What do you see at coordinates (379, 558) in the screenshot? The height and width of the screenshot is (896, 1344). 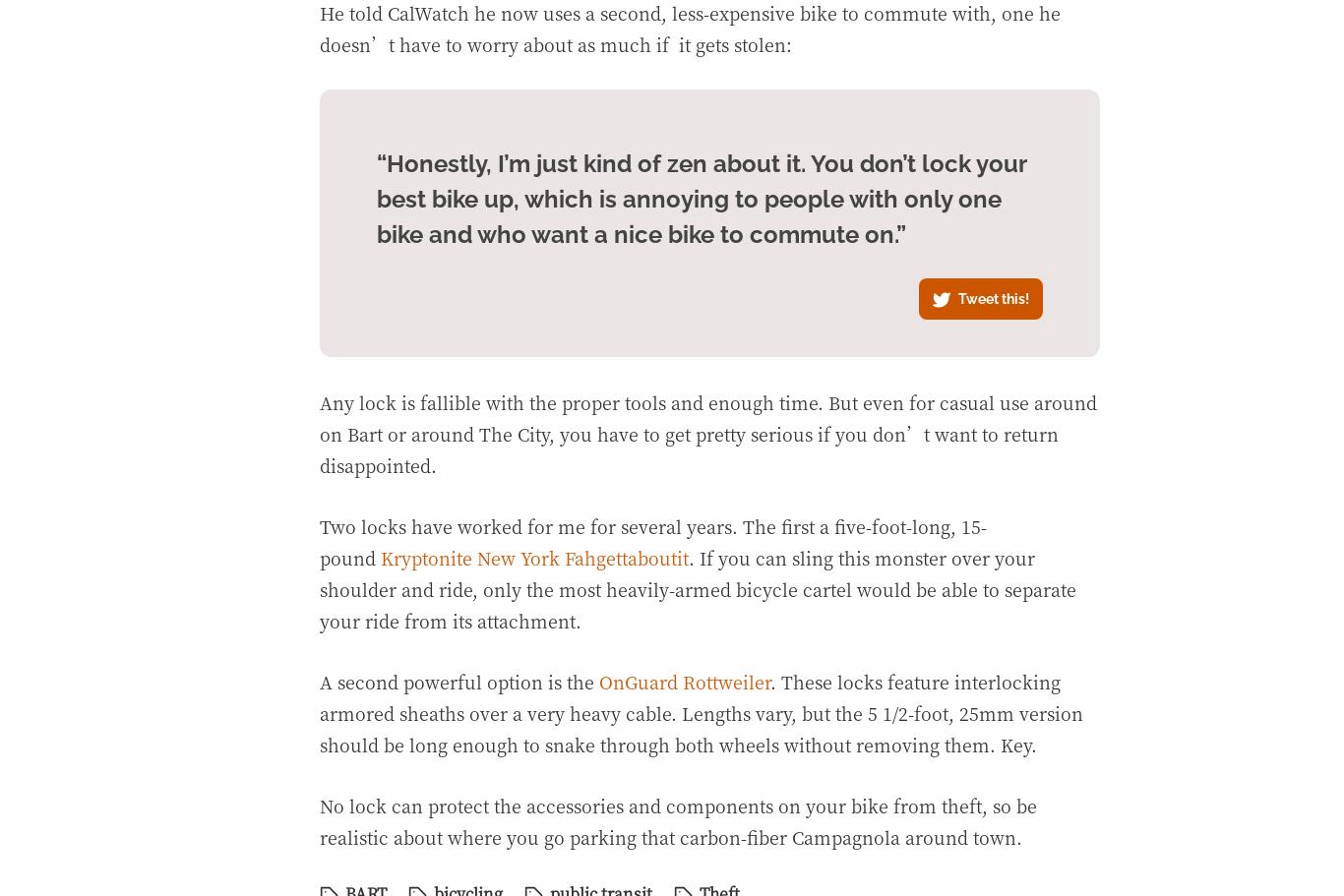 I see `'Kryptonite New York Fahgettaboutit'` at bounding box center [379, 558].